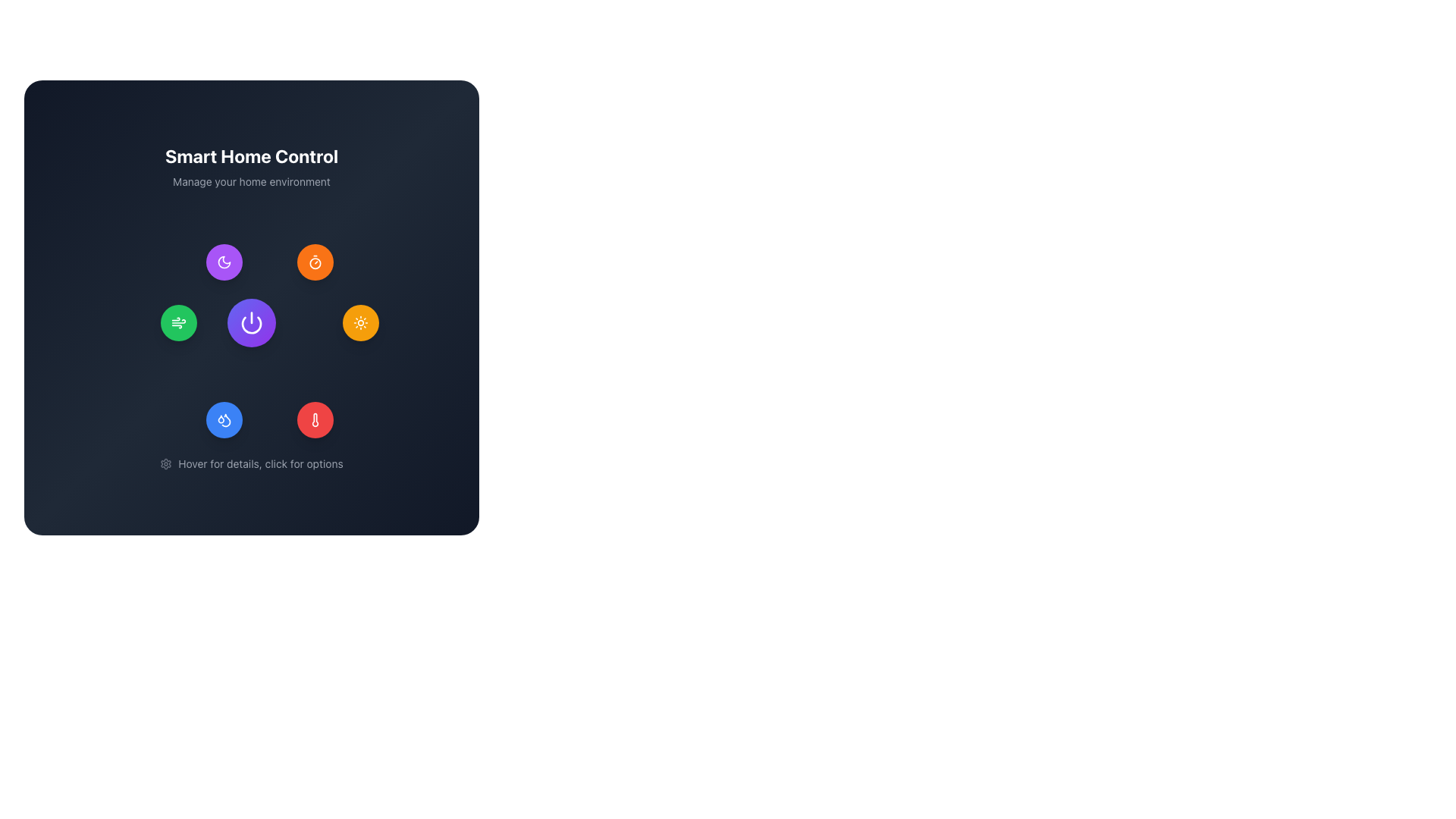 The height and width of the screenshot is (819, 1456). What do you see at coordinates (224, 262) in the screenshot?
I see `the moon-like icon in the top-right corner, which is the fourth icon clockwise among a set of six circular icons arranged in a hexagonal pattern` at bounding box center [224, 262].